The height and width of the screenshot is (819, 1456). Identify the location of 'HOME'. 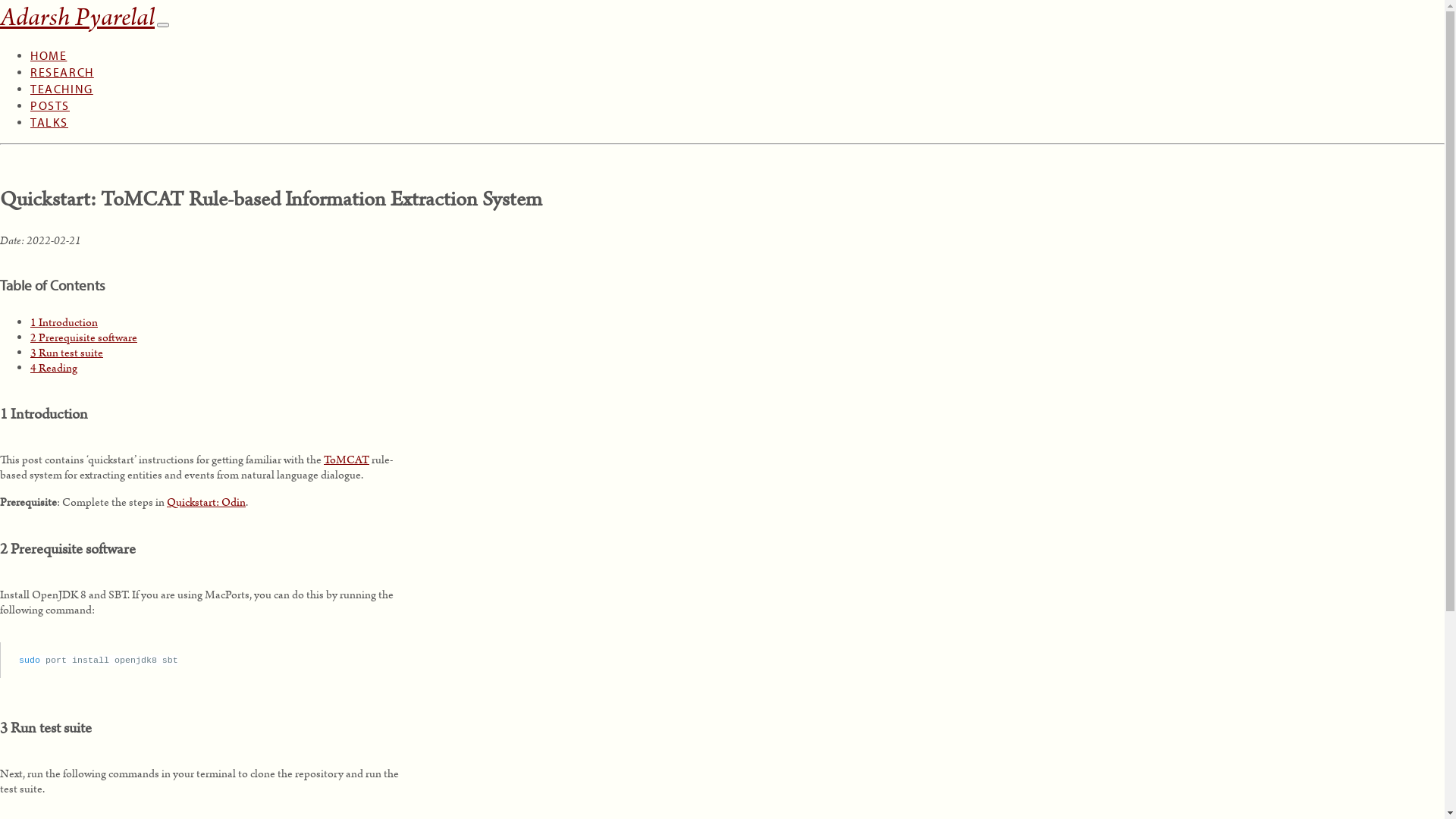
(48, 41).